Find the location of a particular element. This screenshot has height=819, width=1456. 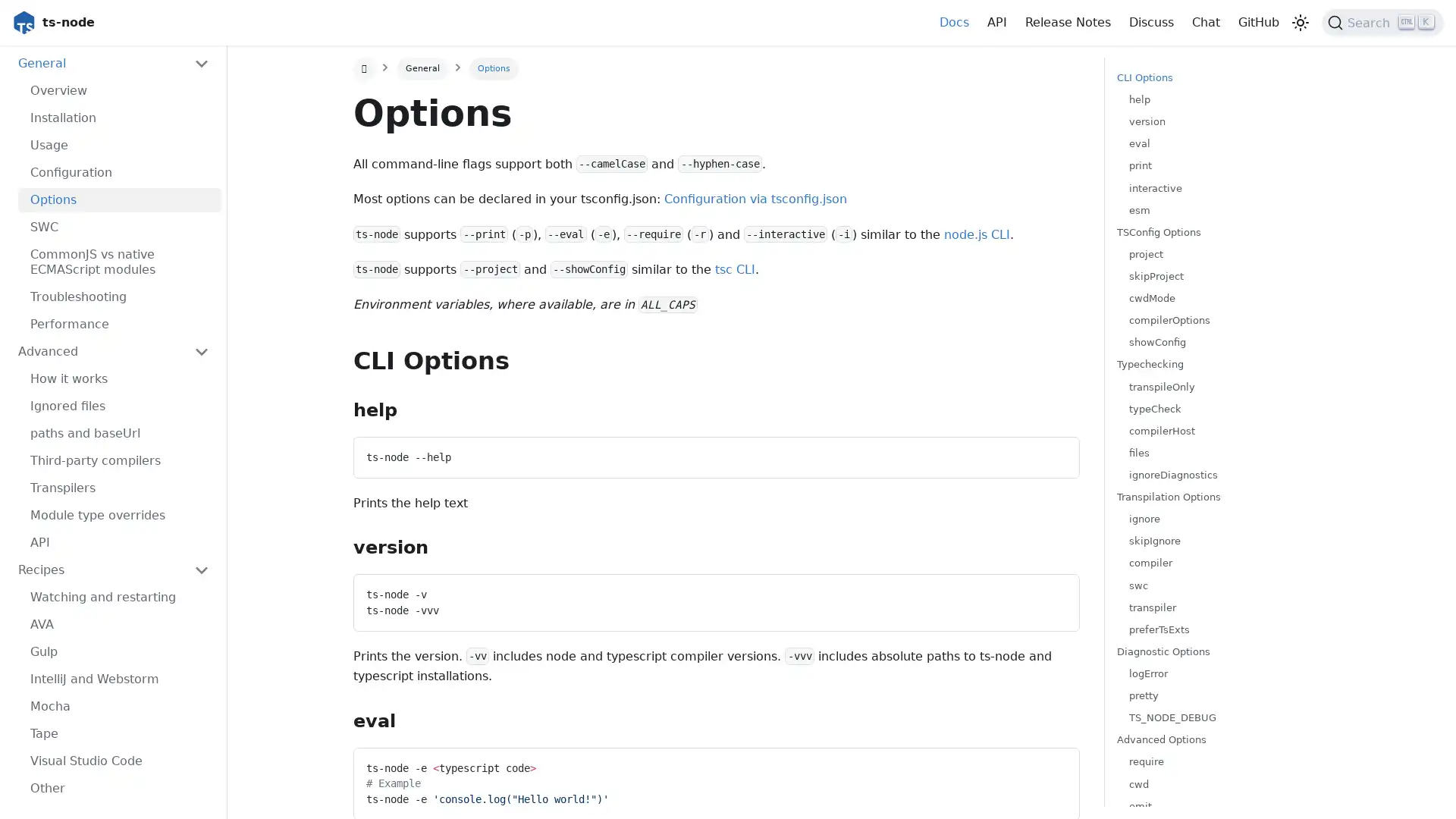

Copy code to clipboard is located at coordinates (1053, 764).